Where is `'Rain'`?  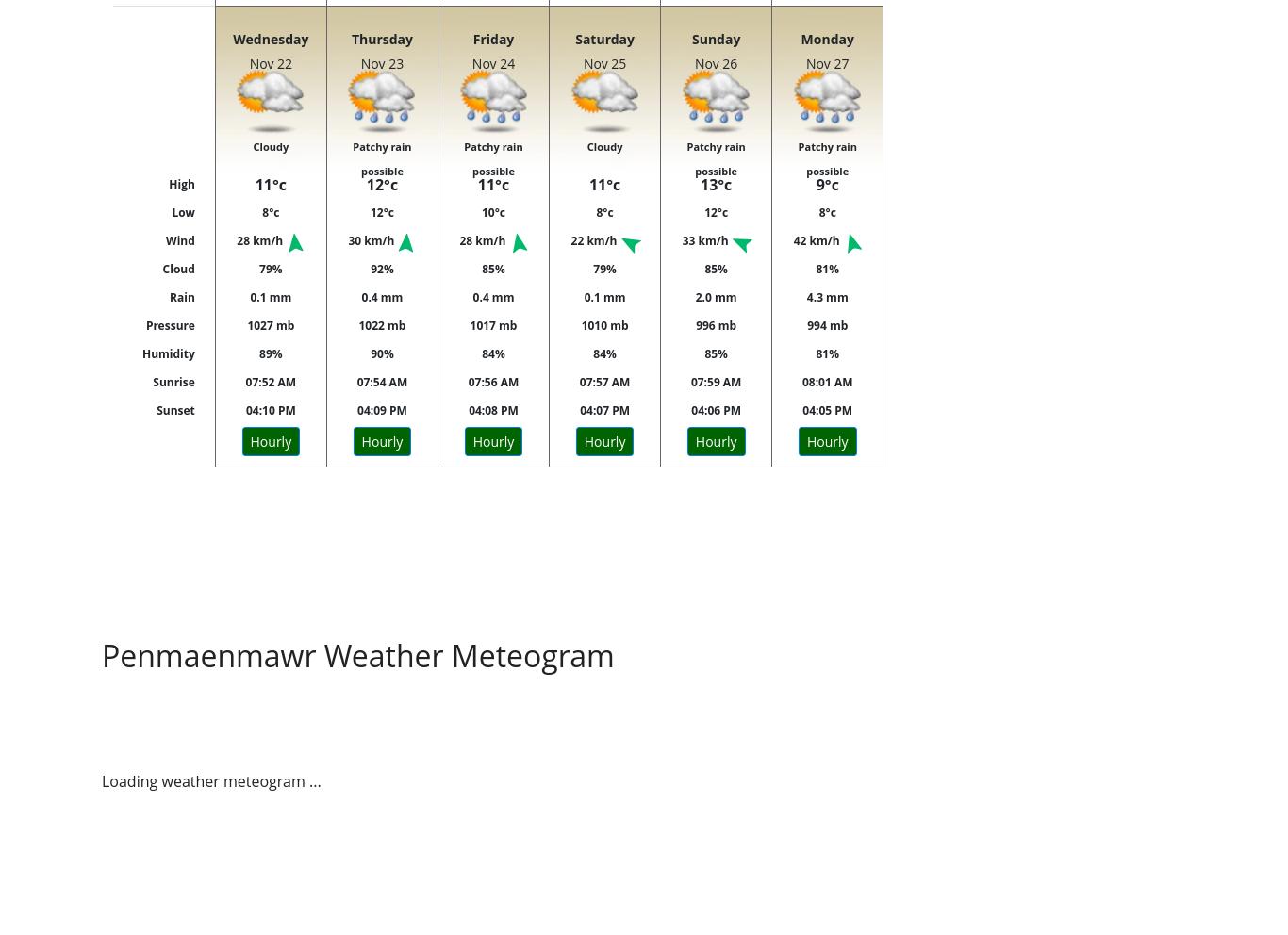 'Rain' is located at coordinates (181, 297).